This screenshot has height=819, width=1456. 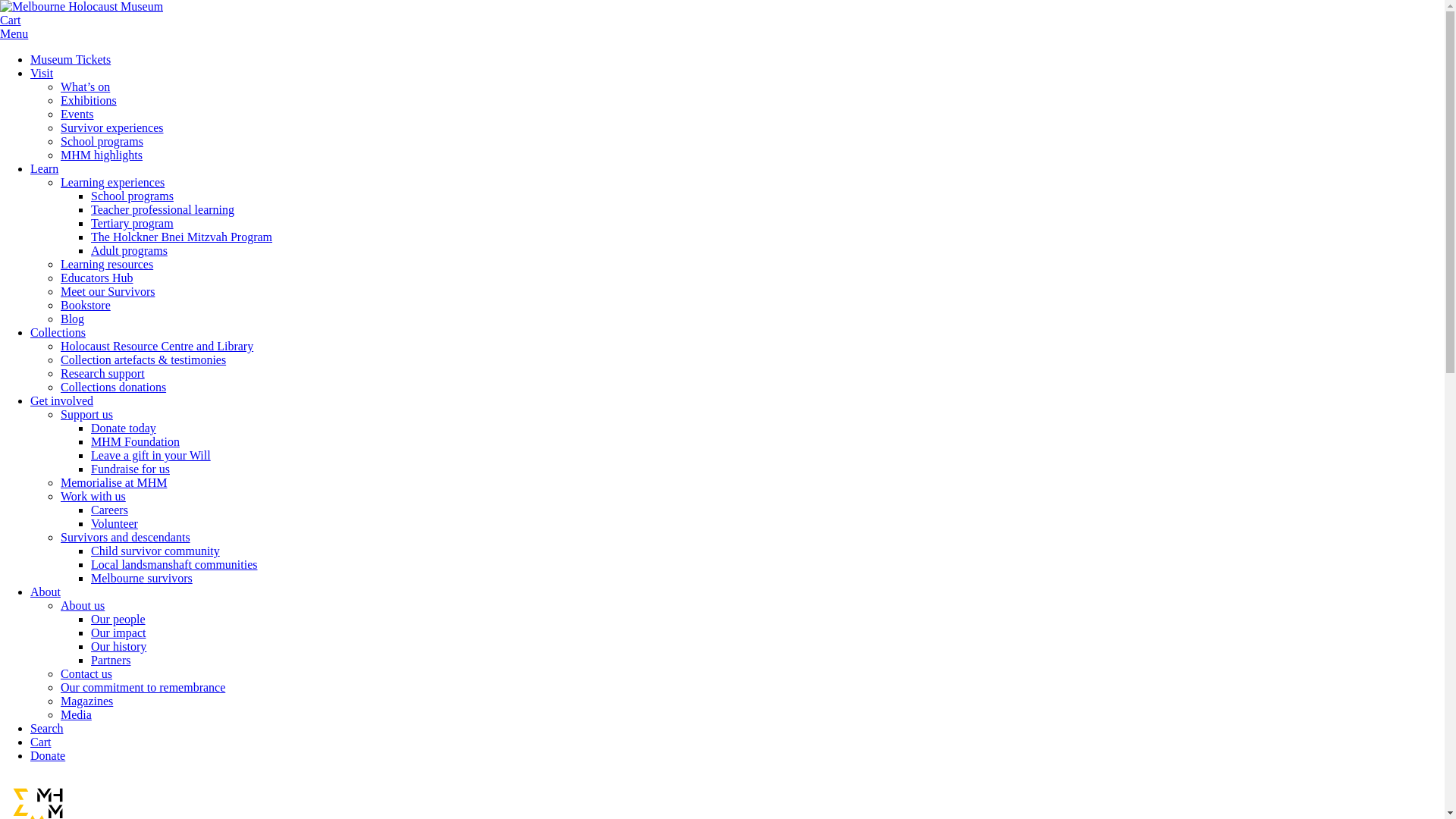 What do you see at coordinates (61, 127) in the screenshot?
I see `'Survivor experiences'` at bounding box center [61, 127].